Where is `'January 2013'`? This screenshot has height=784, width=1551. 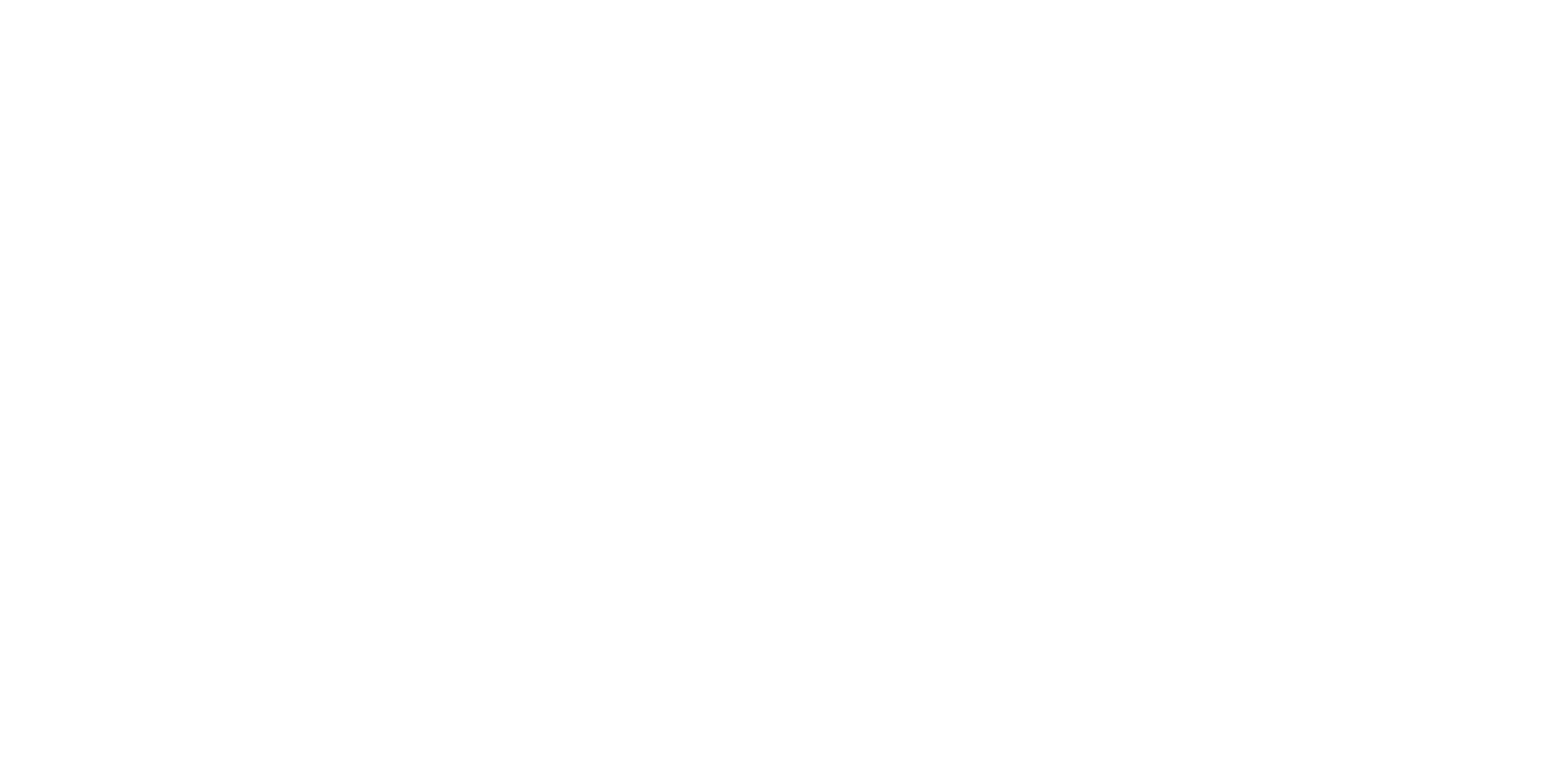
'January 2013' is located at coordinates (1020, 199).